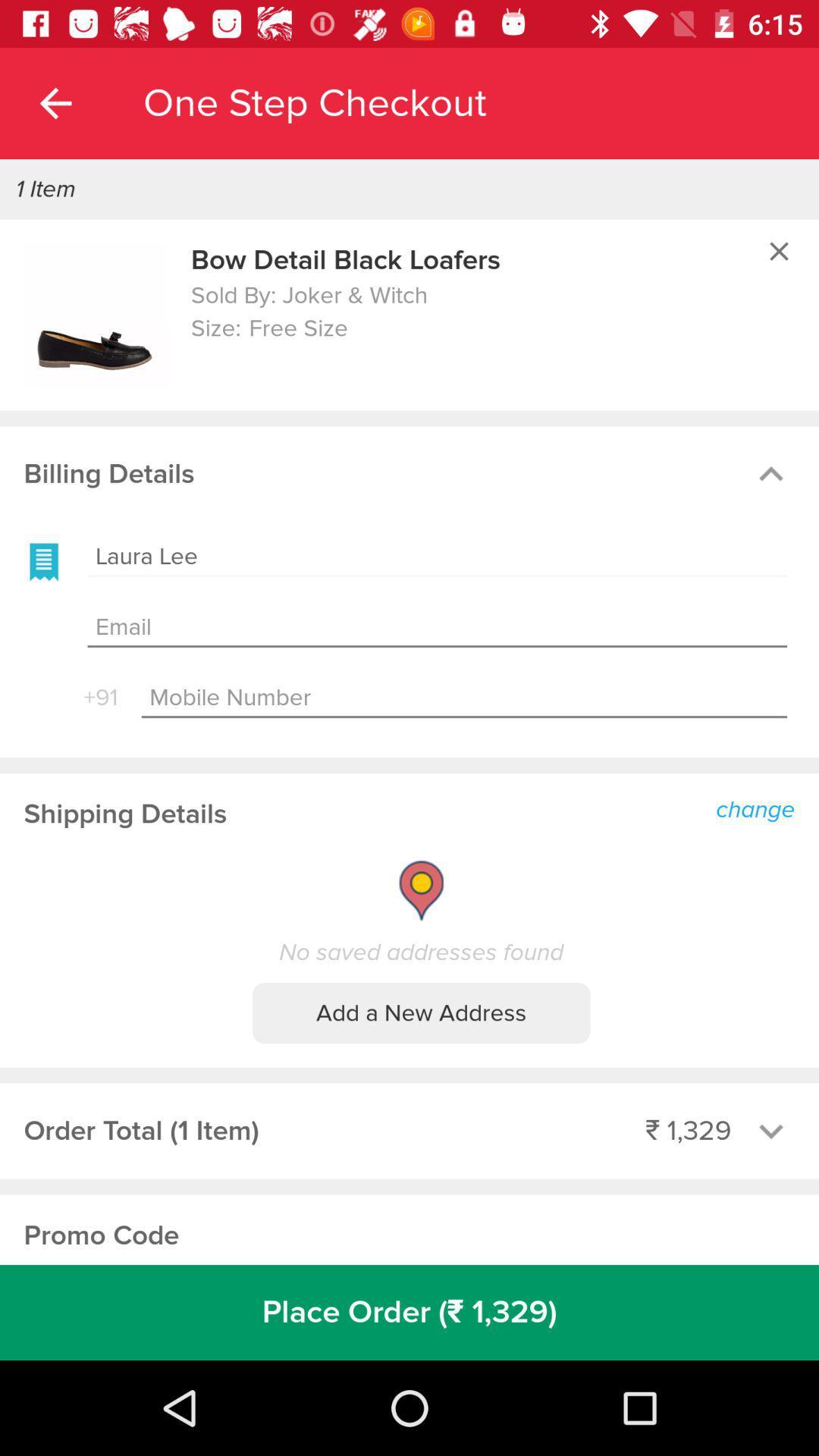 The width and height of the screenshot is (819, 1456). I want to click on product image, so click(96, 314).